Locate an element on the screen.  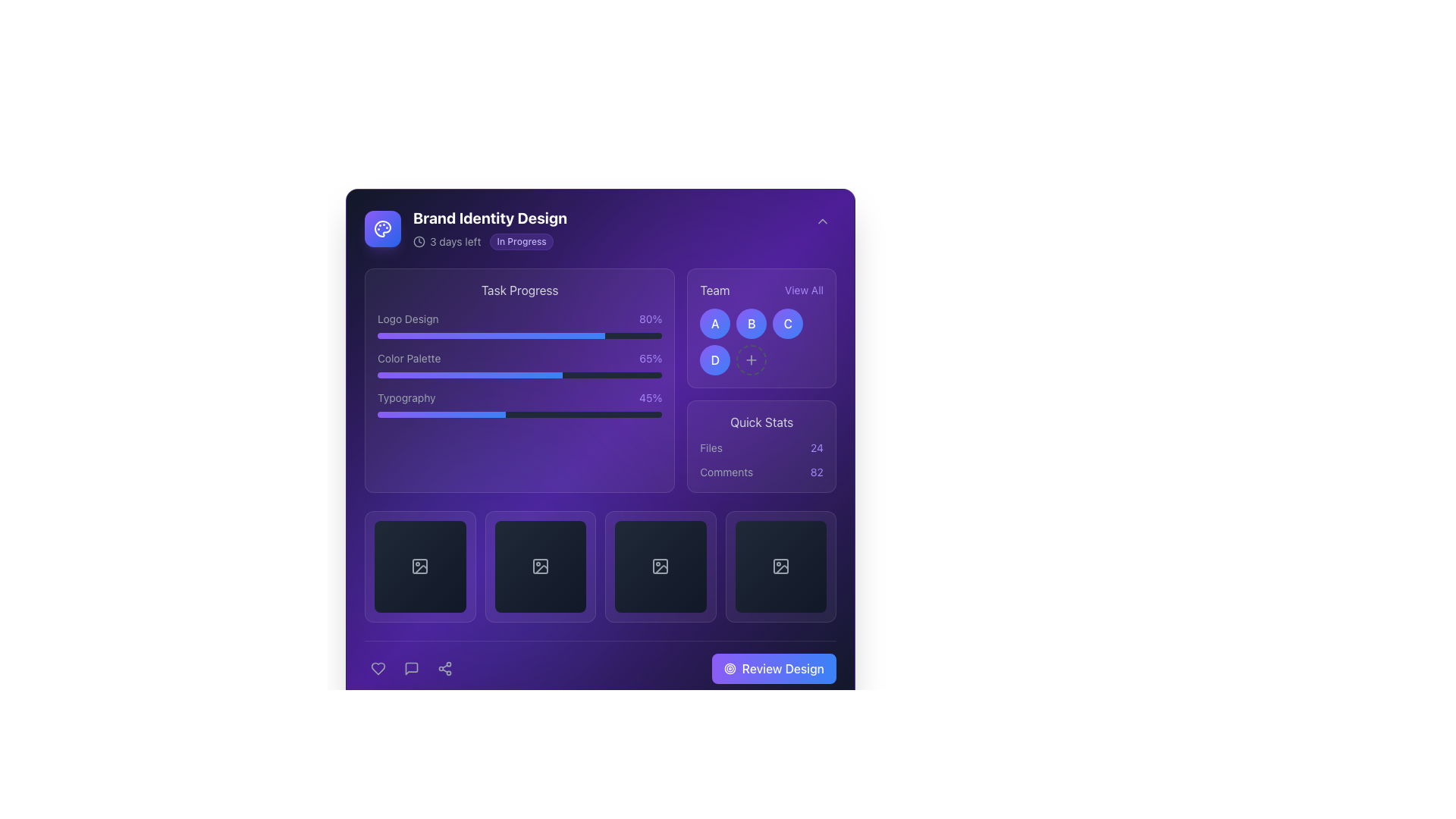
the third SVG icon representing an image at the bottom of the card is located at coordinates (661, 566).